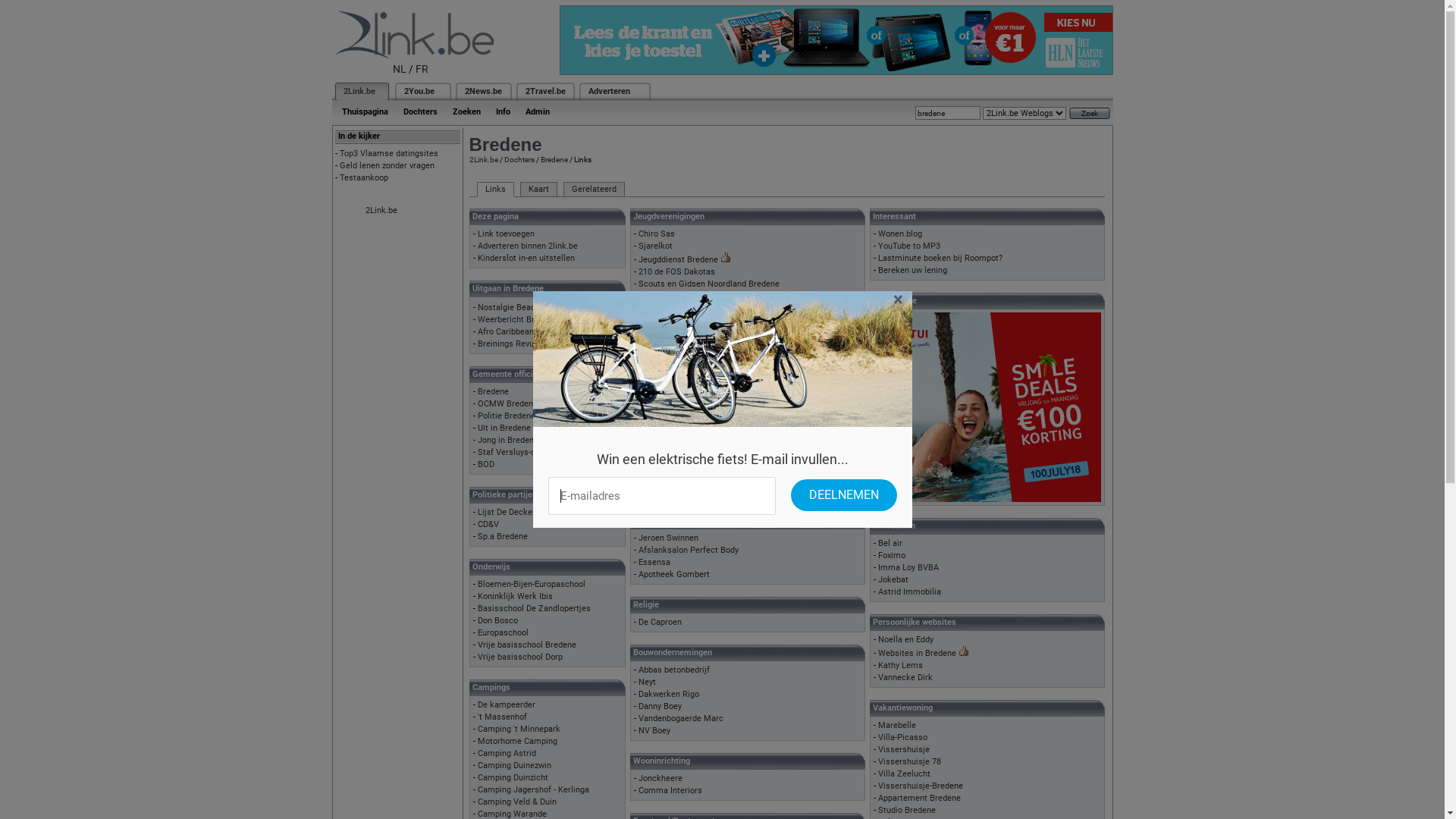 This screenshot has height=819, width=1456. Describe the element at coordinates (676, 271) in the screenshot. I see `'210 de FOS Dakotas'` at that location.